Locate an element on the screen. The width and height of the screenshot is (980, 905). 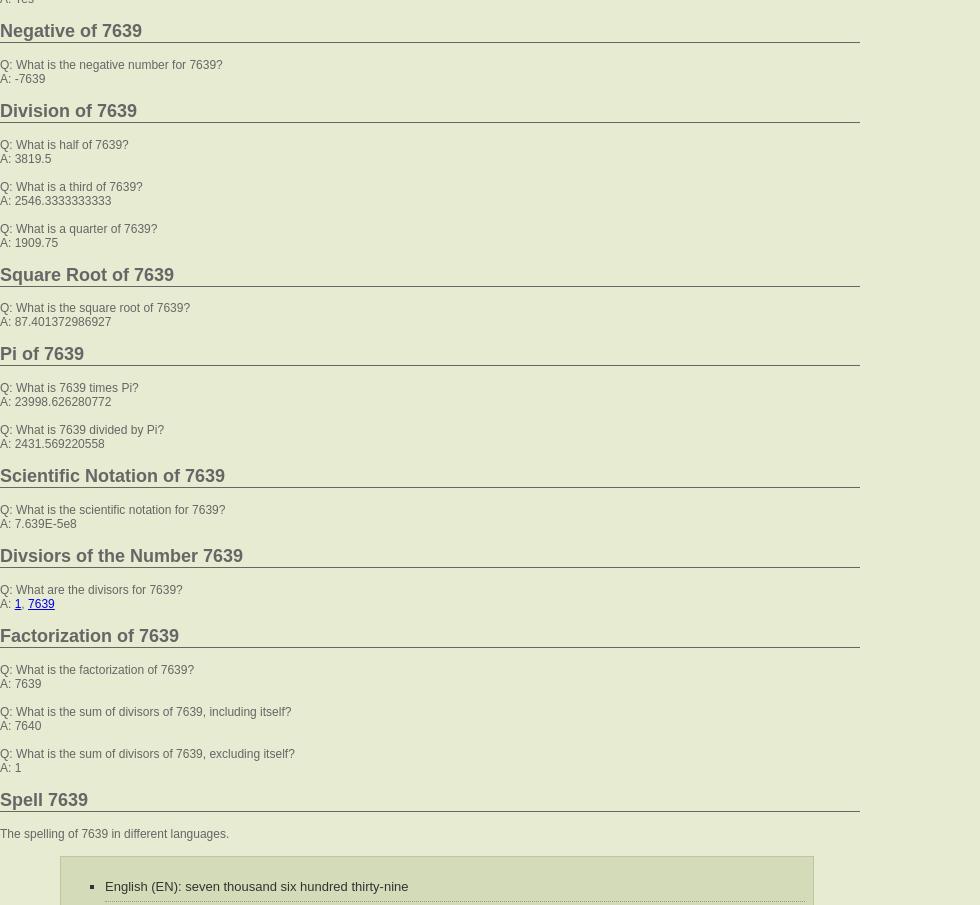
'Q: What is the square root of 7639?' is located at coordinates (0, 306).